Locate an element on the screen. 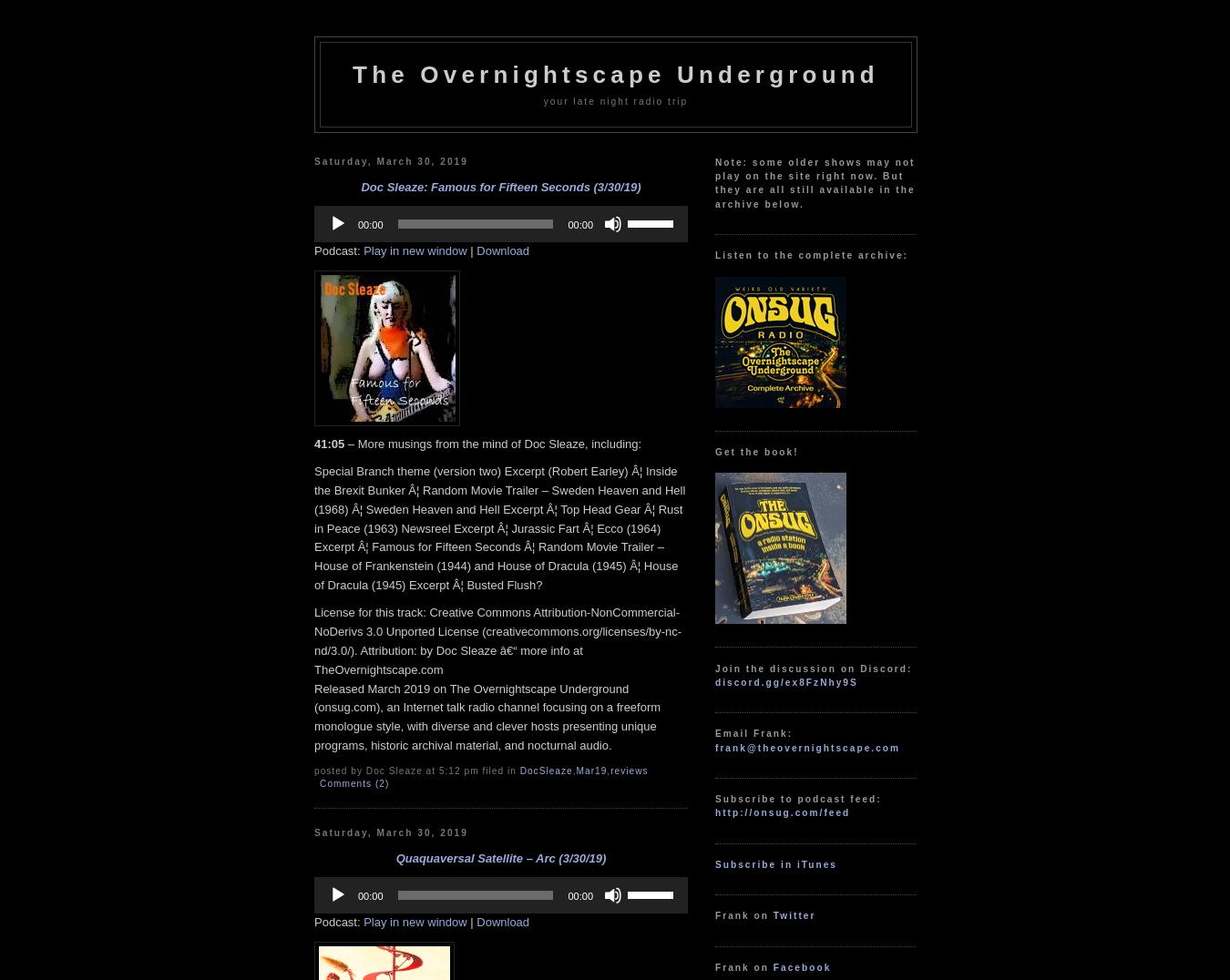 The width and height of the screenshot is (1230, 980). 'Twitter' is located at coordinates (794, 914).